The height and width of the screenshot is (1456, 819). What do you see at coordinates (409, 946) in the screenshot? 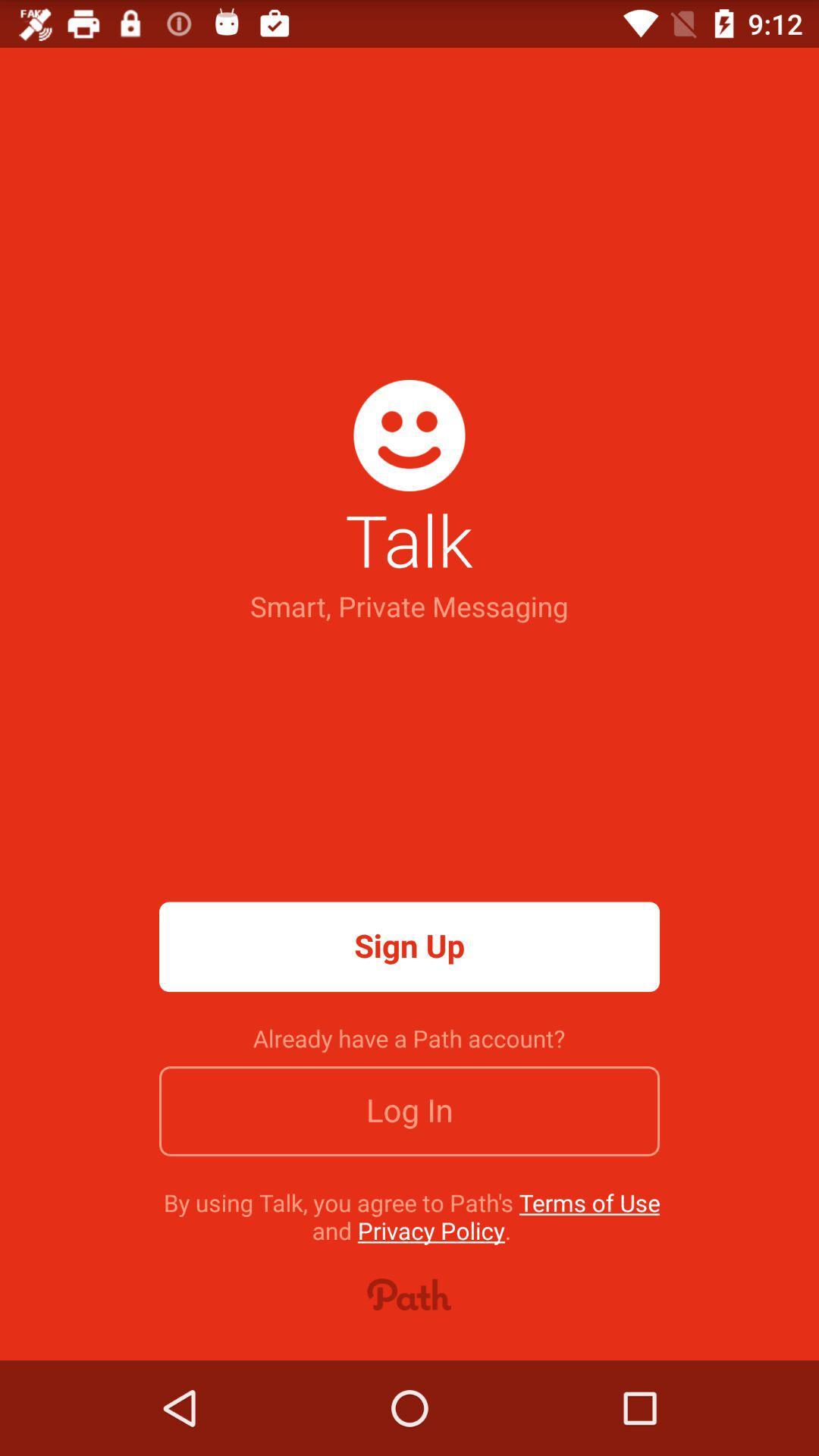
I see `the sign up item` at bounding box center [409, 946].